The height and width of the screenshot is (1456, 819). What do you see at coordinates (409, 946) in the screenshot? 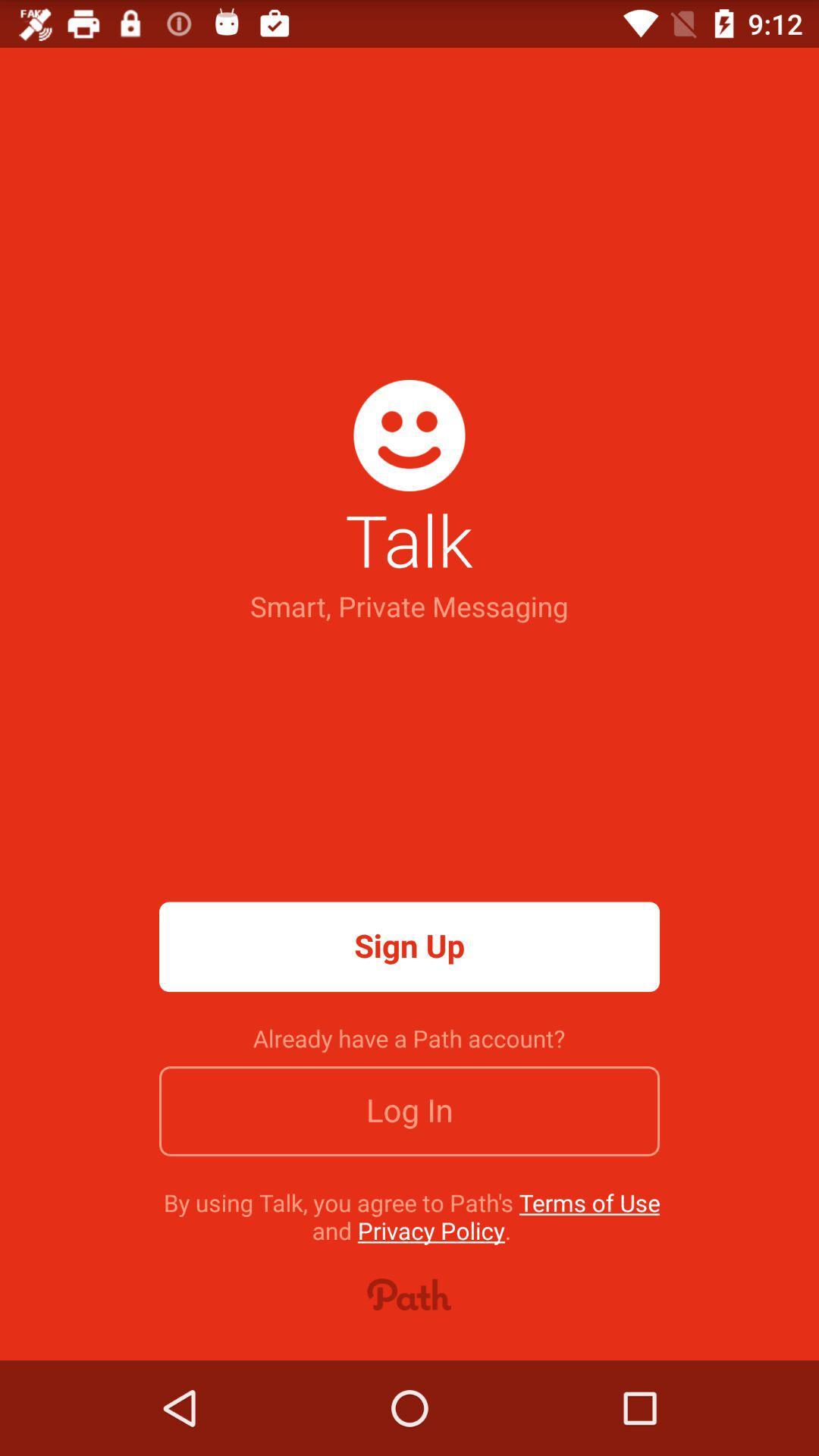
I see `the sign up item` at bounding box center [409, 946].